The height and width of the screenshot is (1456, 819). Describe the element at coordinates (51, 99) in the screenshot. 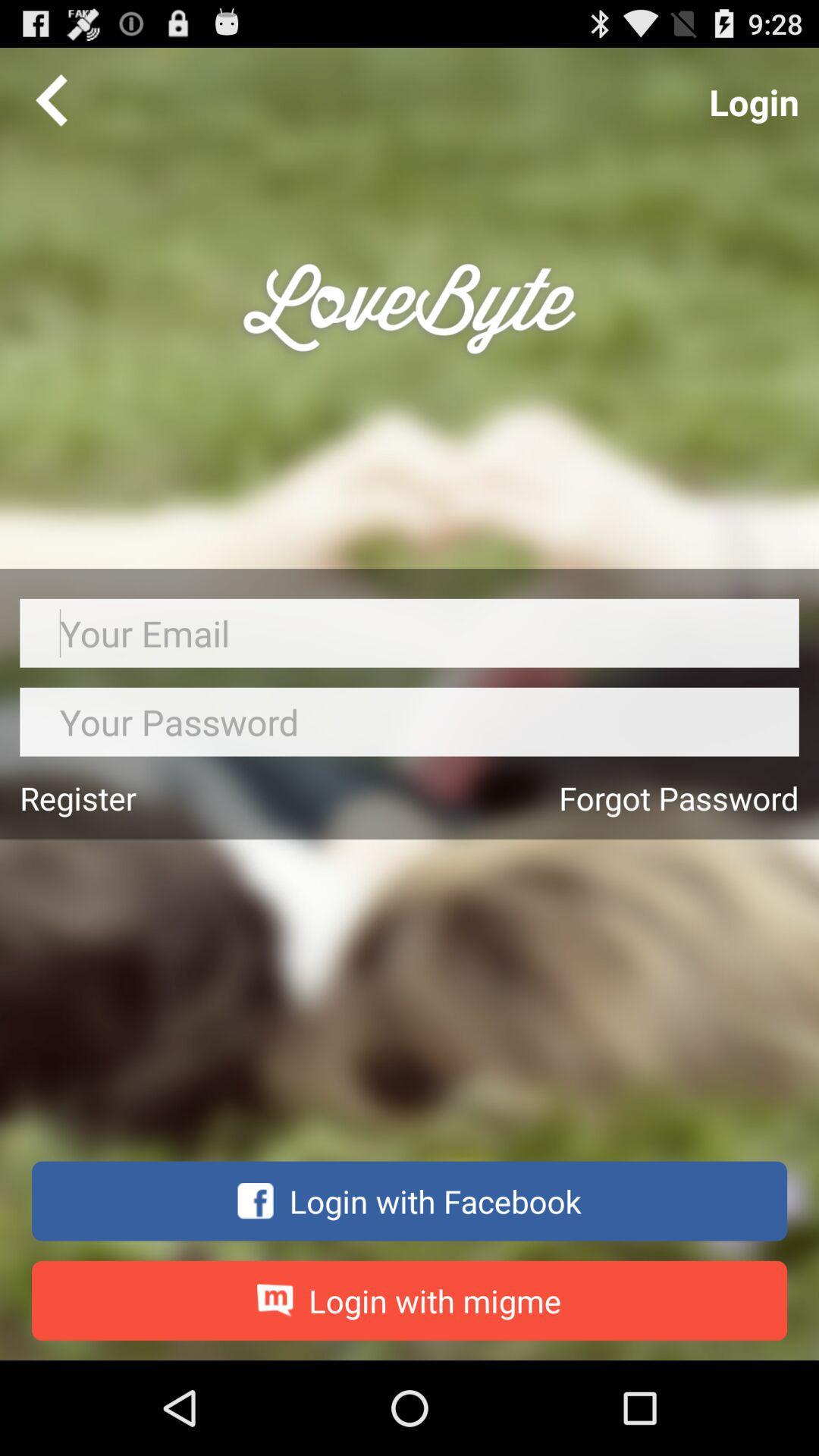

I see `go back` at that location.